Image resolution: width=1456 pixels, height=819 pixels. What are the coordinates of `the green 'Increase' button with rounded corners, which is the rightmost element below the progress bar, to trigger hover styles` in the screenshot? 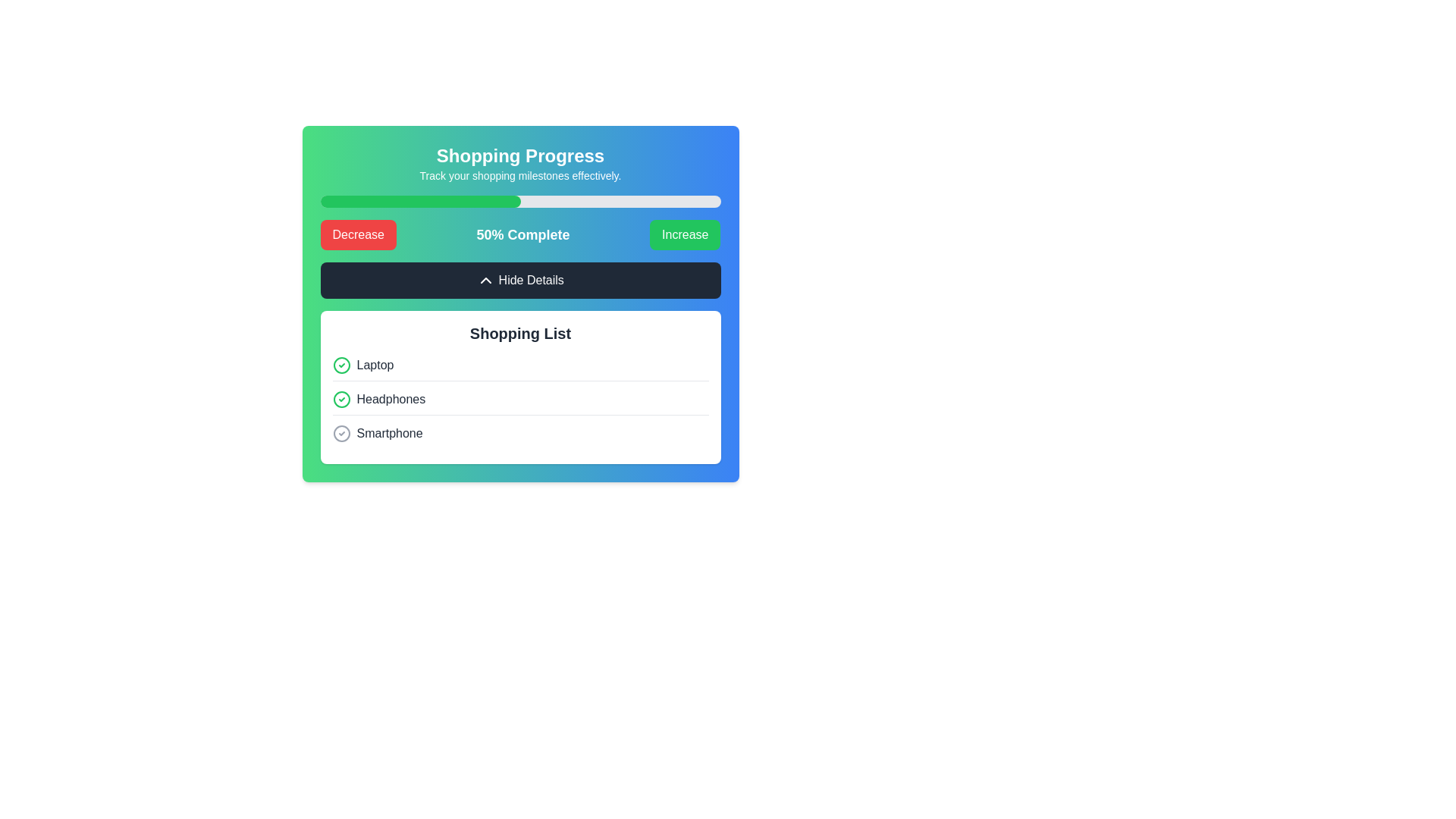 It's located at (684, 234).